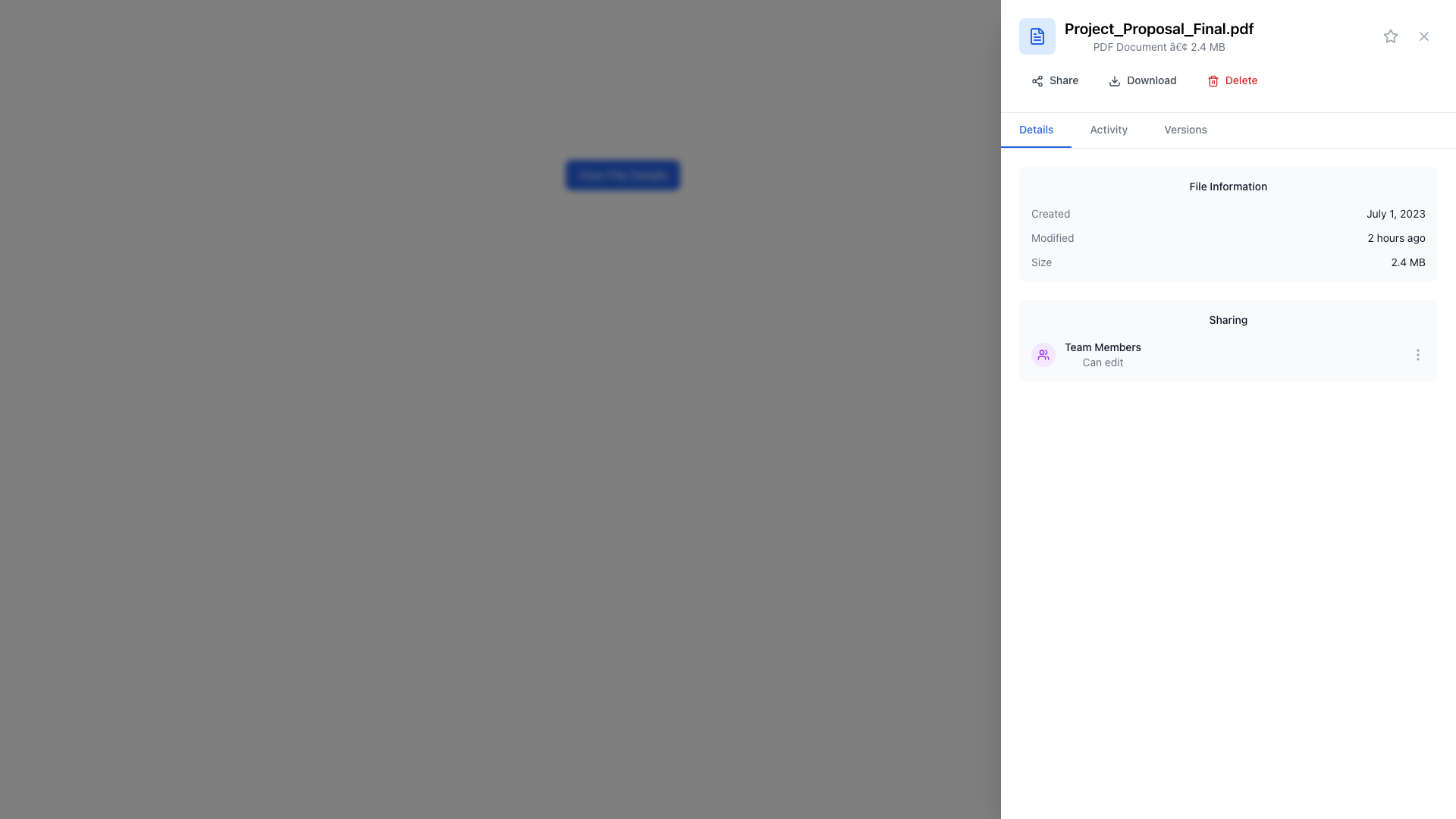  Describe the element at coordinates (1109, 130) in the screenshot. I see `the 'Activity' button, which is the second tab in the horizontal navigation bar at the top-right section of the interface, positioned between 'Details' and 'Versions'` at that location.